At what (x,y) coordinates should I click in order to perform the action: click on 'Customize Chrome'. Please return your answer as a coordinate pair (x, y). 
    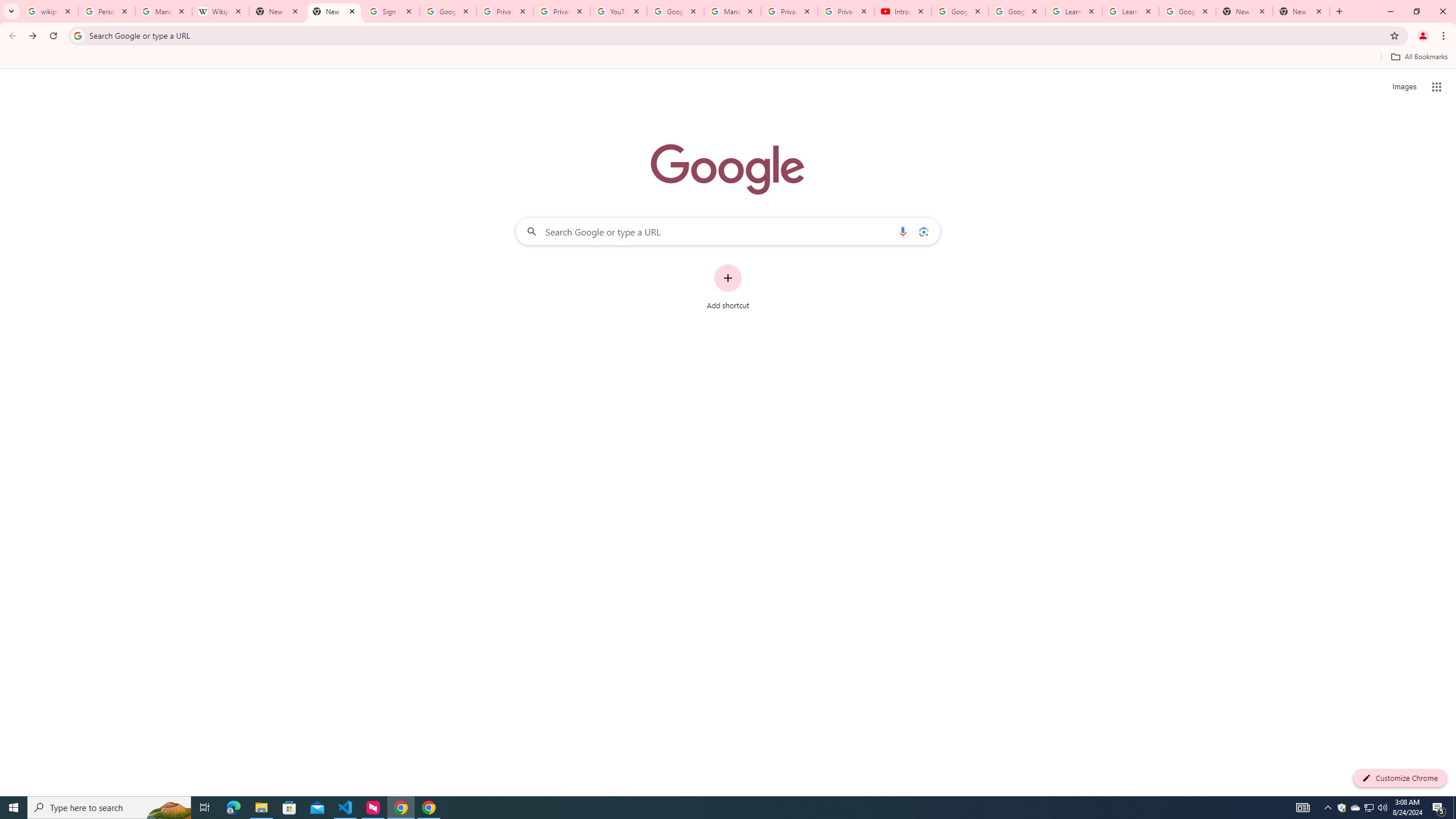
    Looking at the image, I should click on (1400, 777).